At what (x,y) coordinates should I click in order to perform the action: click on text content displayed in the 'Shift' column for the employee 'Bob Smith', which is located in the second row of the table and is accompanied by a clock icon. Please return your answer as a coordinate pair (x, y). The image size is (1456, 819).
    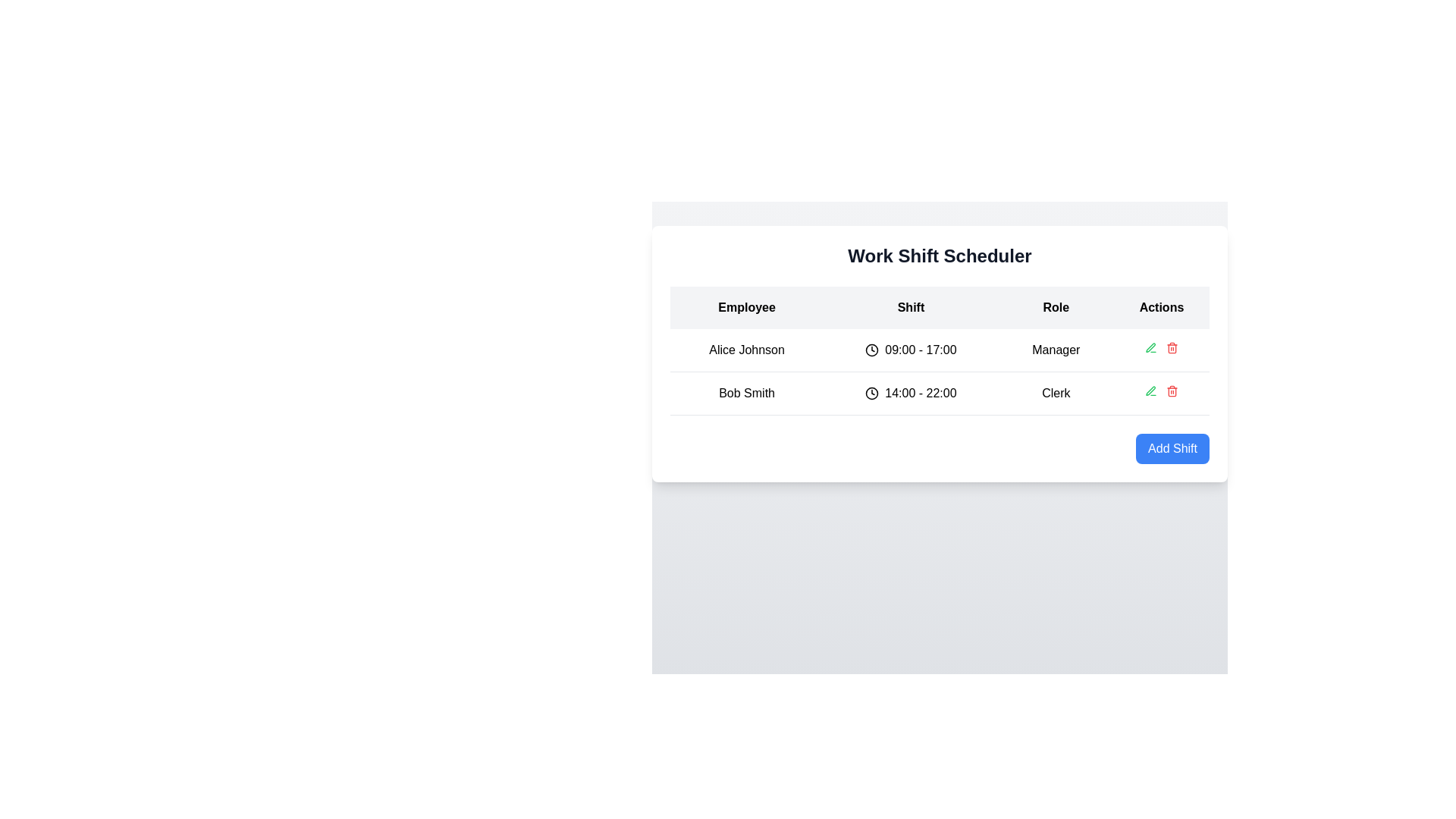
    Looking at the image, I should click on (920, 393).